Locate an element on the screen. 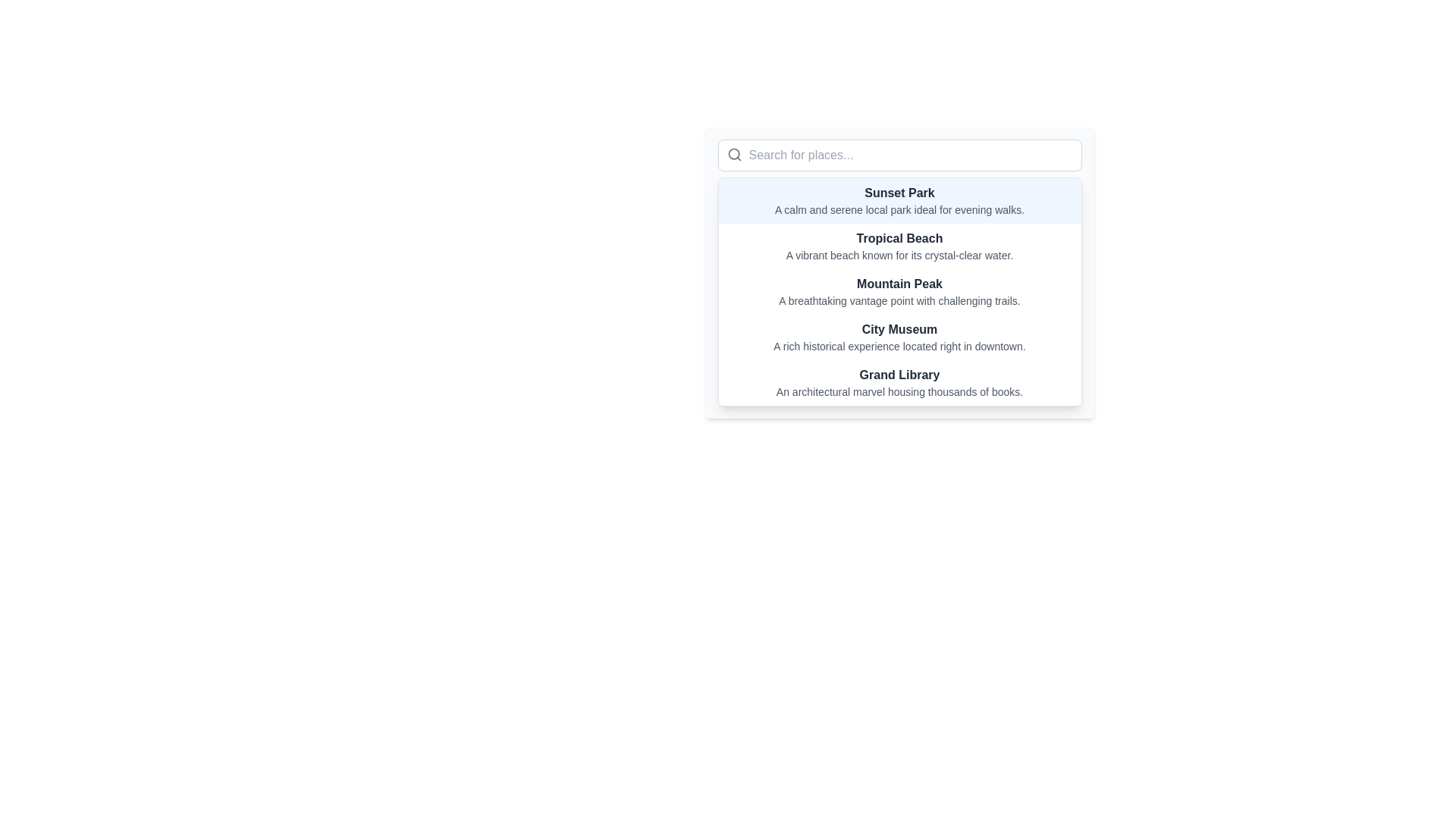 This screenshot has width=1456, height=819. the list item titled 'Mountain Peak' is located at coordinates (899, 292).